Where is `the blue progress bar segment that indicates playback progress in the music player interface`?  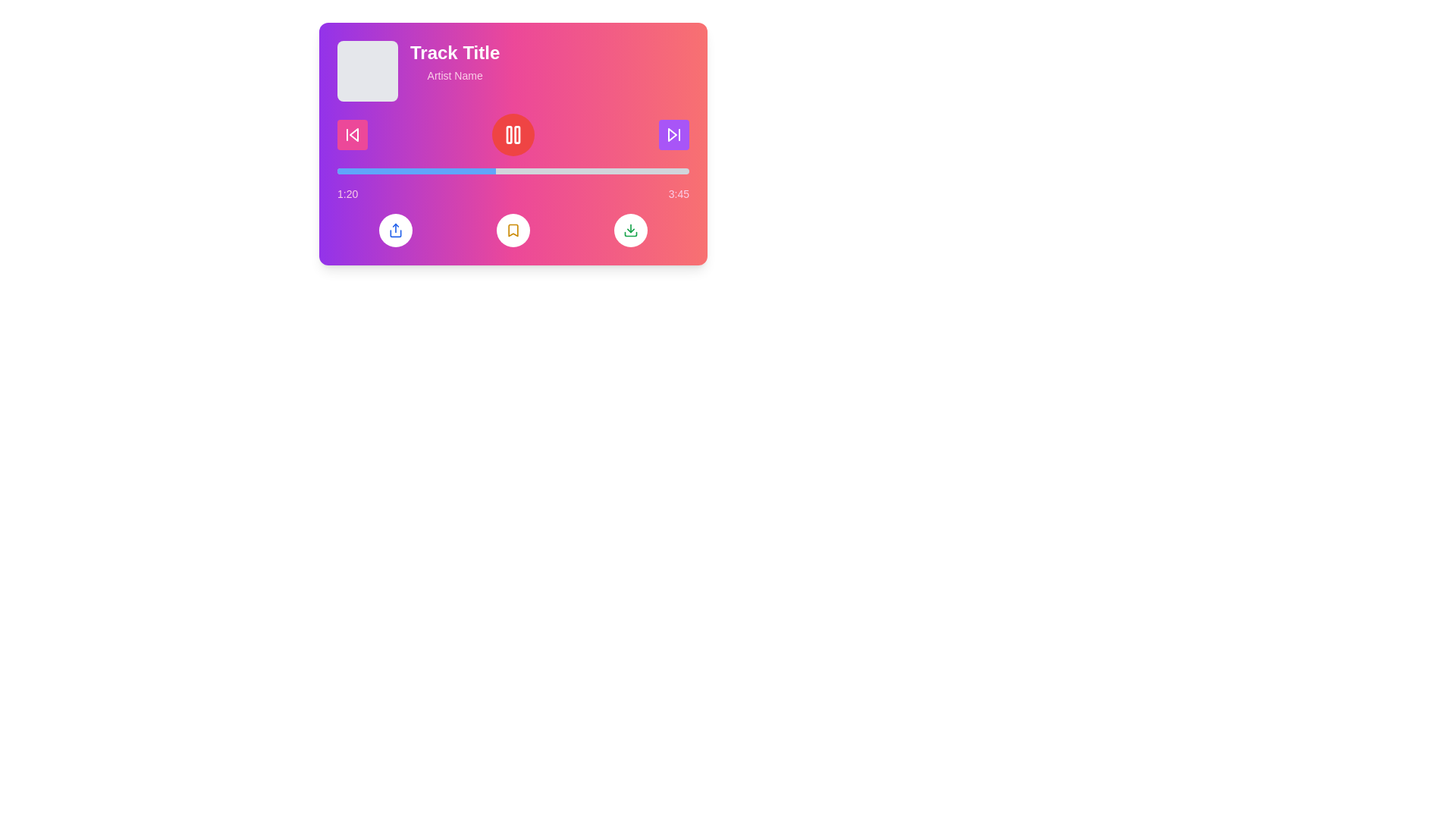 the blue progress bar segment that indicates playback progress in the music player interface is located at coordinates (416, 171).